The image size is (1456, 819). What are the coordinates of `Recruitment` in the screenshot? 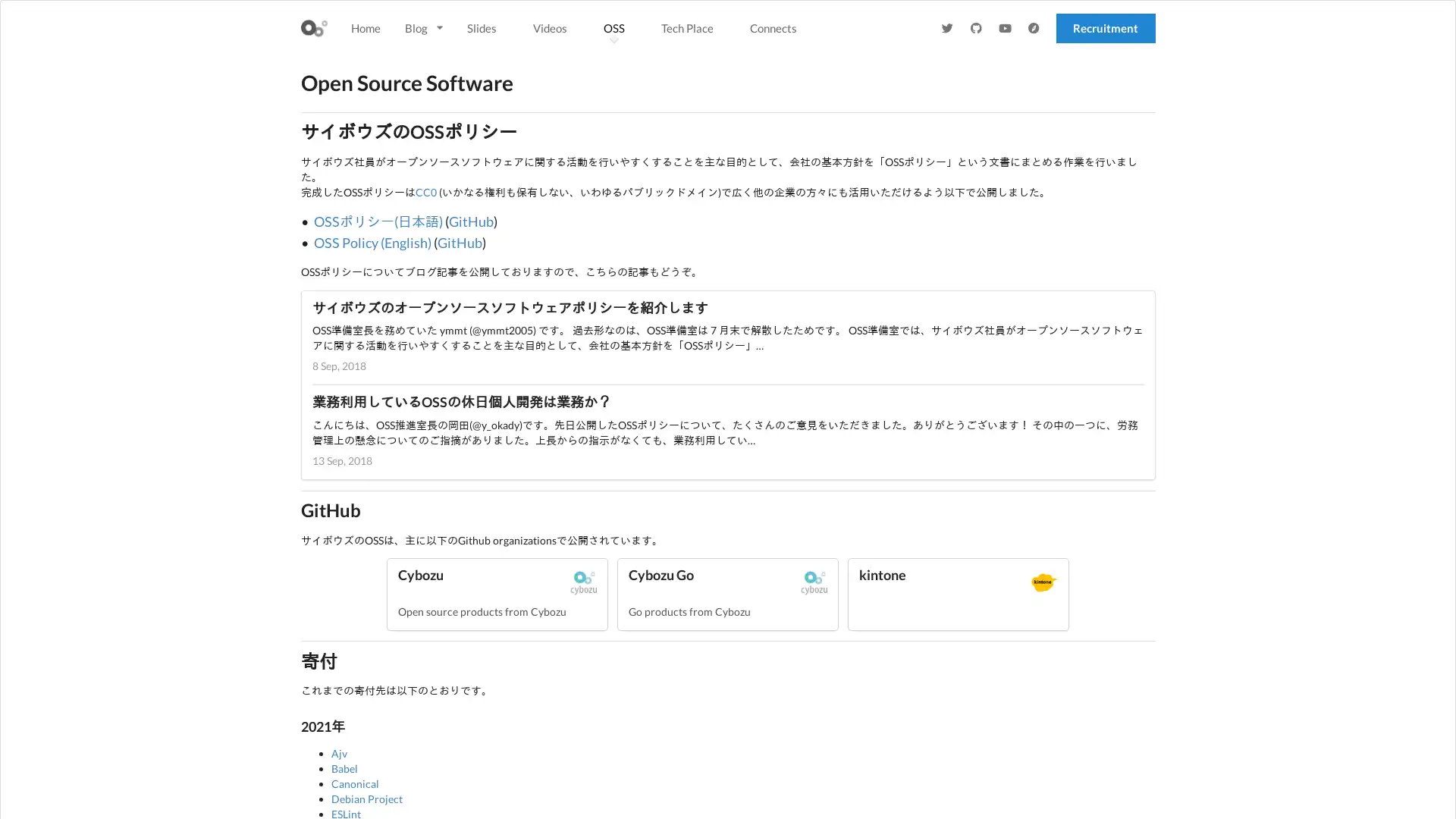 It's located at (1105, 28).